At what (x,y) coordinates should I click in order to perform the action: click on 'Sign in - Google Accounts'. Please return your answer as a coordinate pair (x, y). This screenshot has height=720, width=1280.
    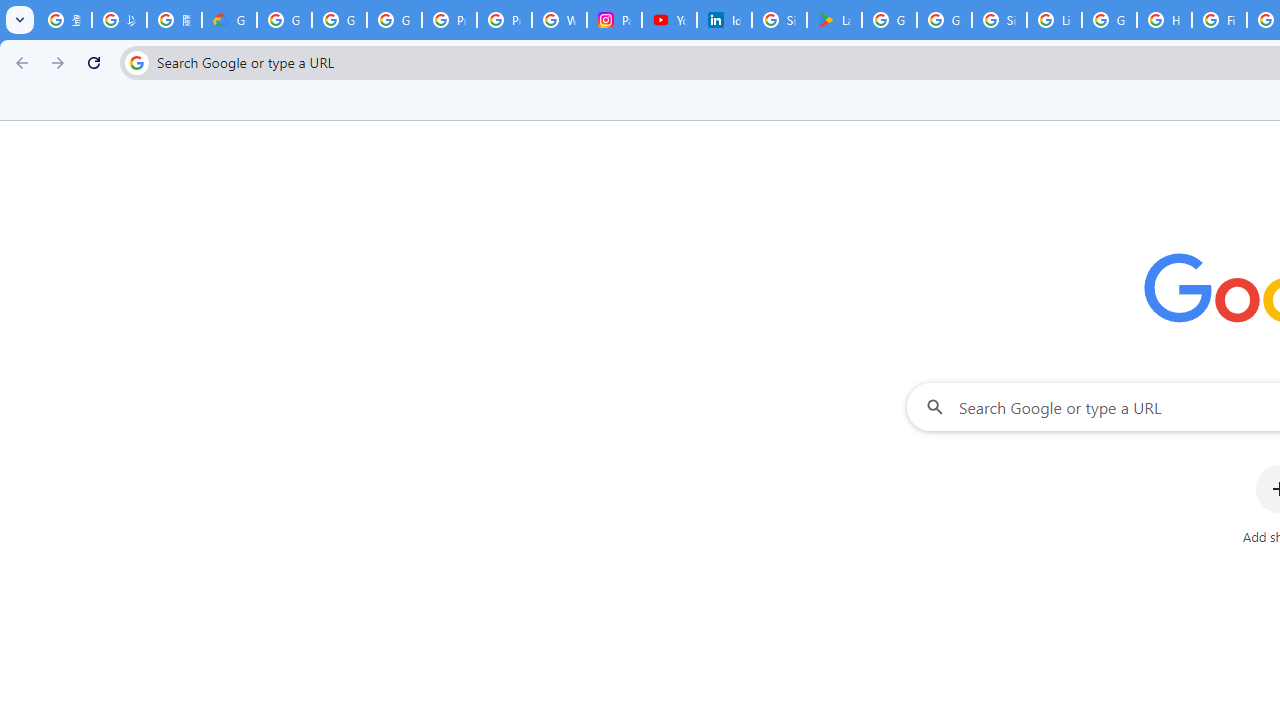
    Looking at the image, I should click on (999, 20).